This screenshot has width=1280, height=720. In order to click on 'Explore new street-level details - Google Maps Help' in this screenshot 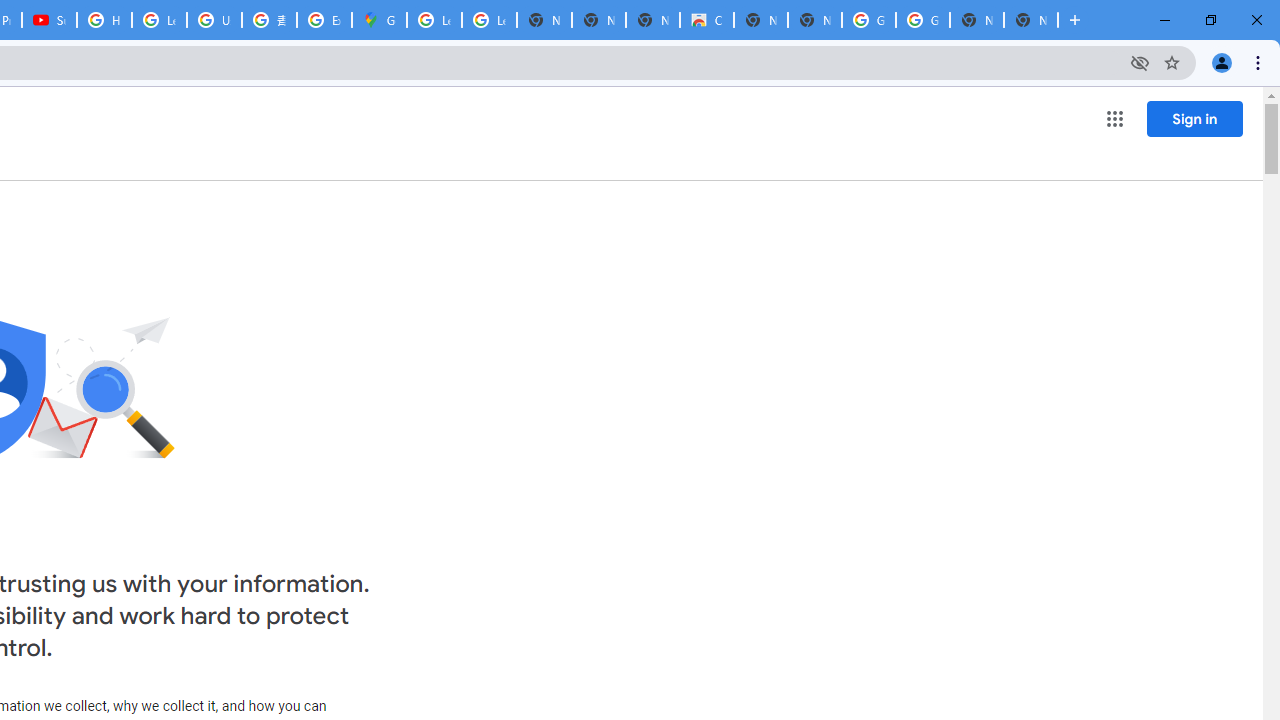, I will do `click(324, 20)`.